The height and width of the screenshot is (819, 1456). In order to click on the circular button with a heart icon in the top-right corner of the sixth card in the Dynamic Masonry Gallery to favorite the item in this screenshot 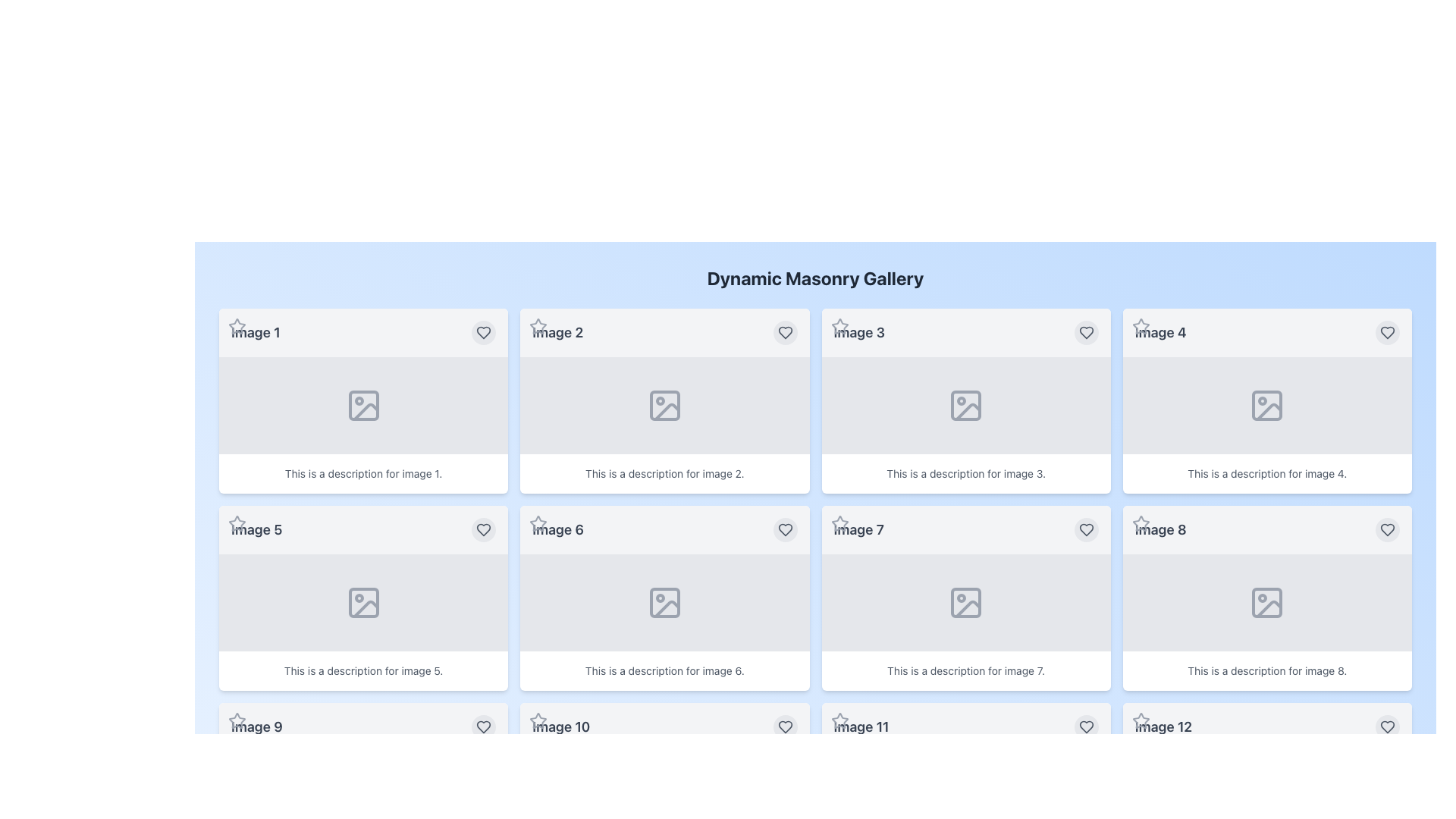, I will do `click(785, 529)`.